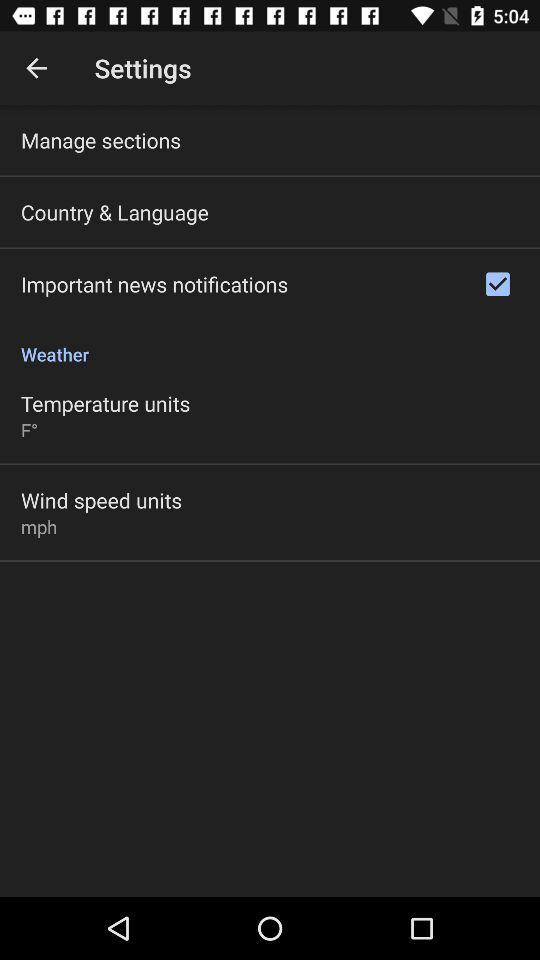 Image resolution: width=540 pixels, height=960 pixels. I want to click on the item above important news notifications, so click(114, 212).